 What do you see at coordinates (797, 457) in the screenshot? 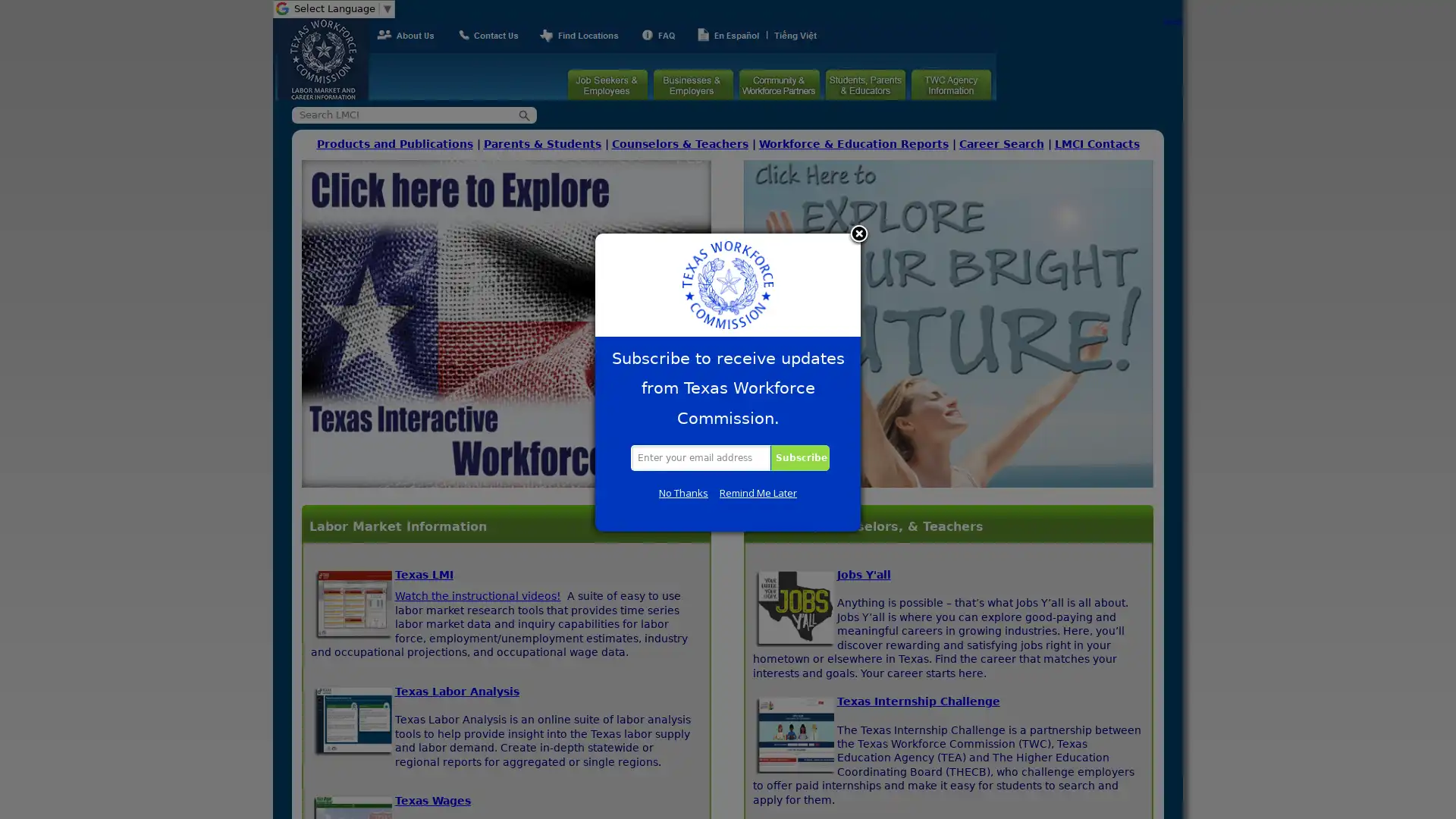
I see `Subscribe` at bounding box center [797, 457].